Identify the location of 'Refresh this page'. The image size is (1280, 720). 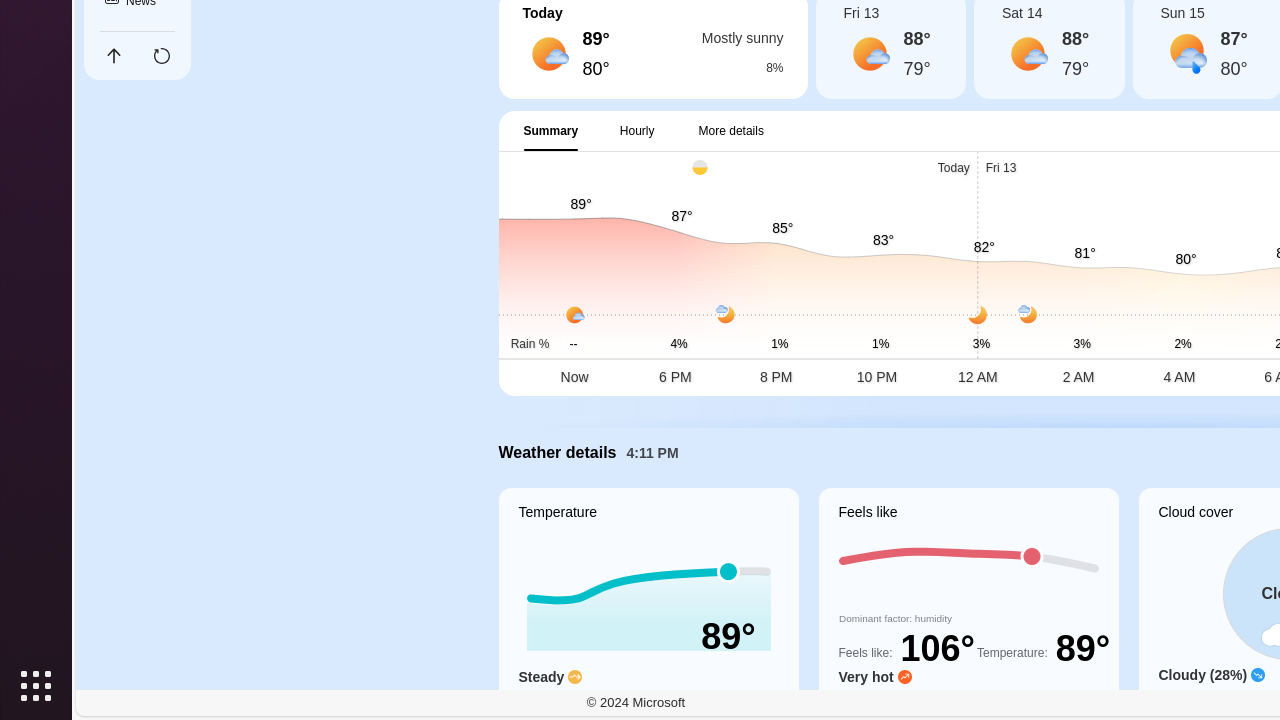
(161, 55).